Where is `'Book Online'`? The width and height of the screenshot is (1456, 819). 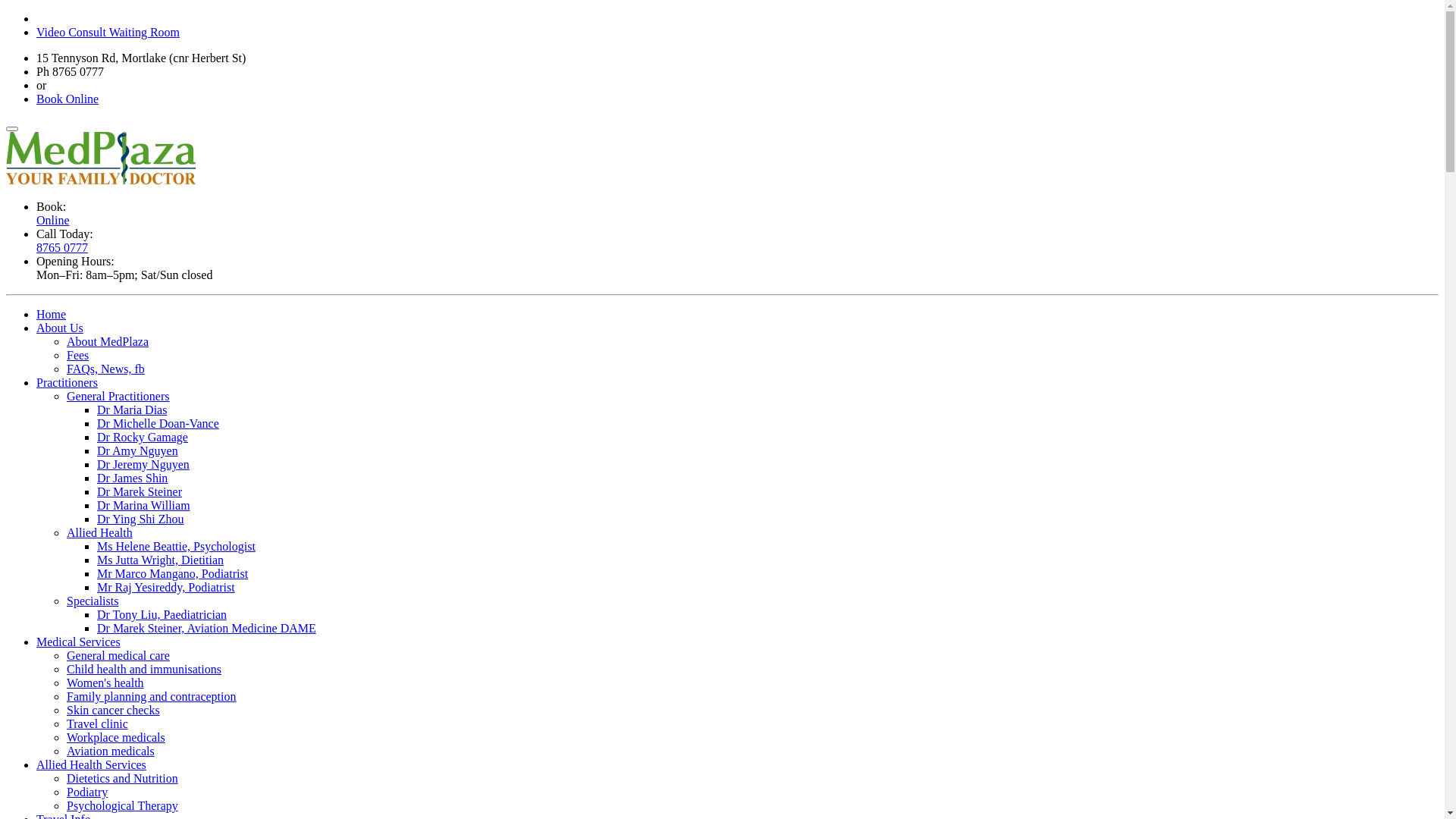
'Book Online' is located at coordinates (67, 99).